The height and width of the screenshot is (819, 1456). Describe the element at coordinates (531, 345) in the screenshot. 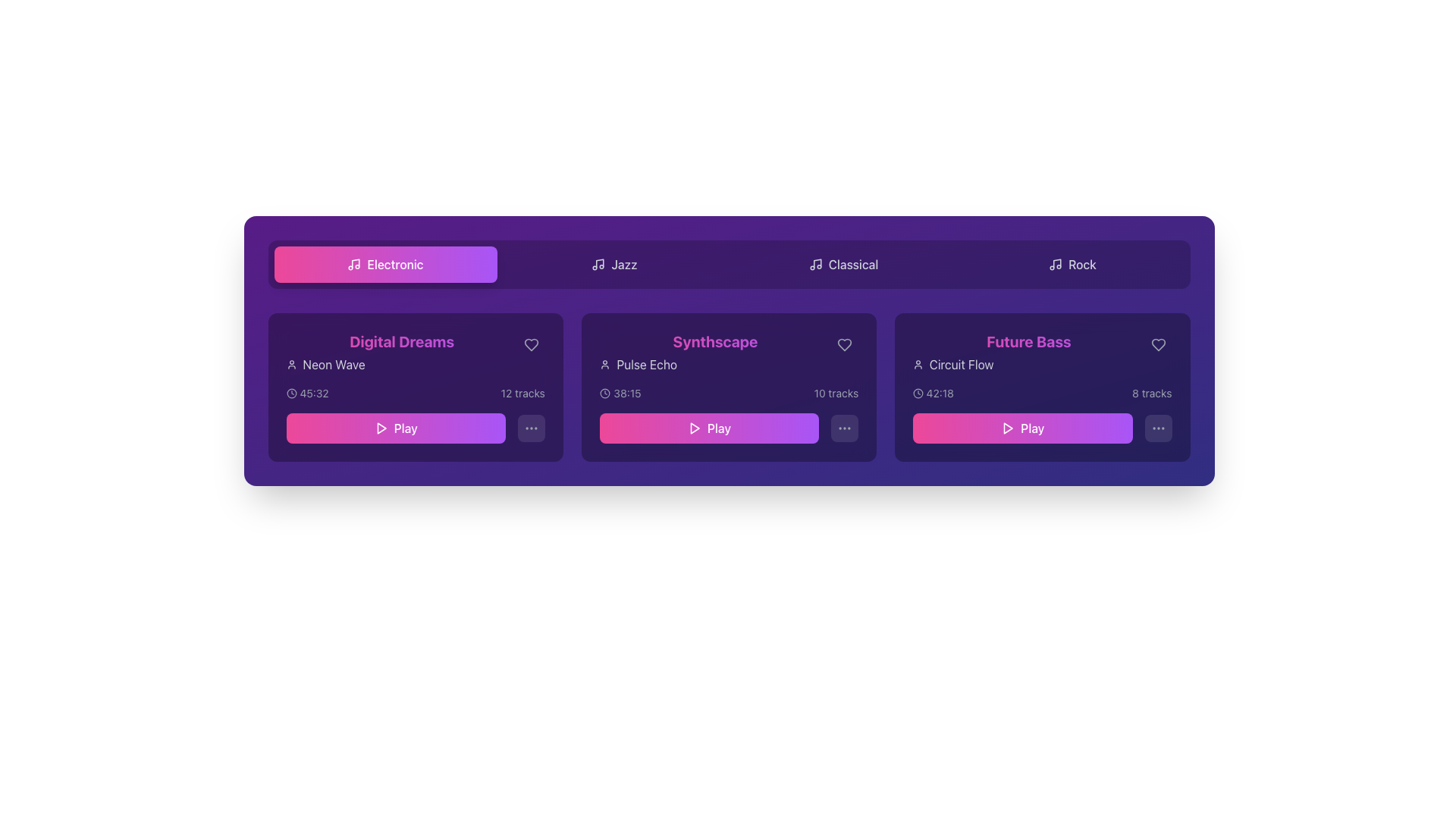

I see `the heart-shaped button located at the top-right corner of the 'Digital Dreams' card to like or favorite the item` at that location.